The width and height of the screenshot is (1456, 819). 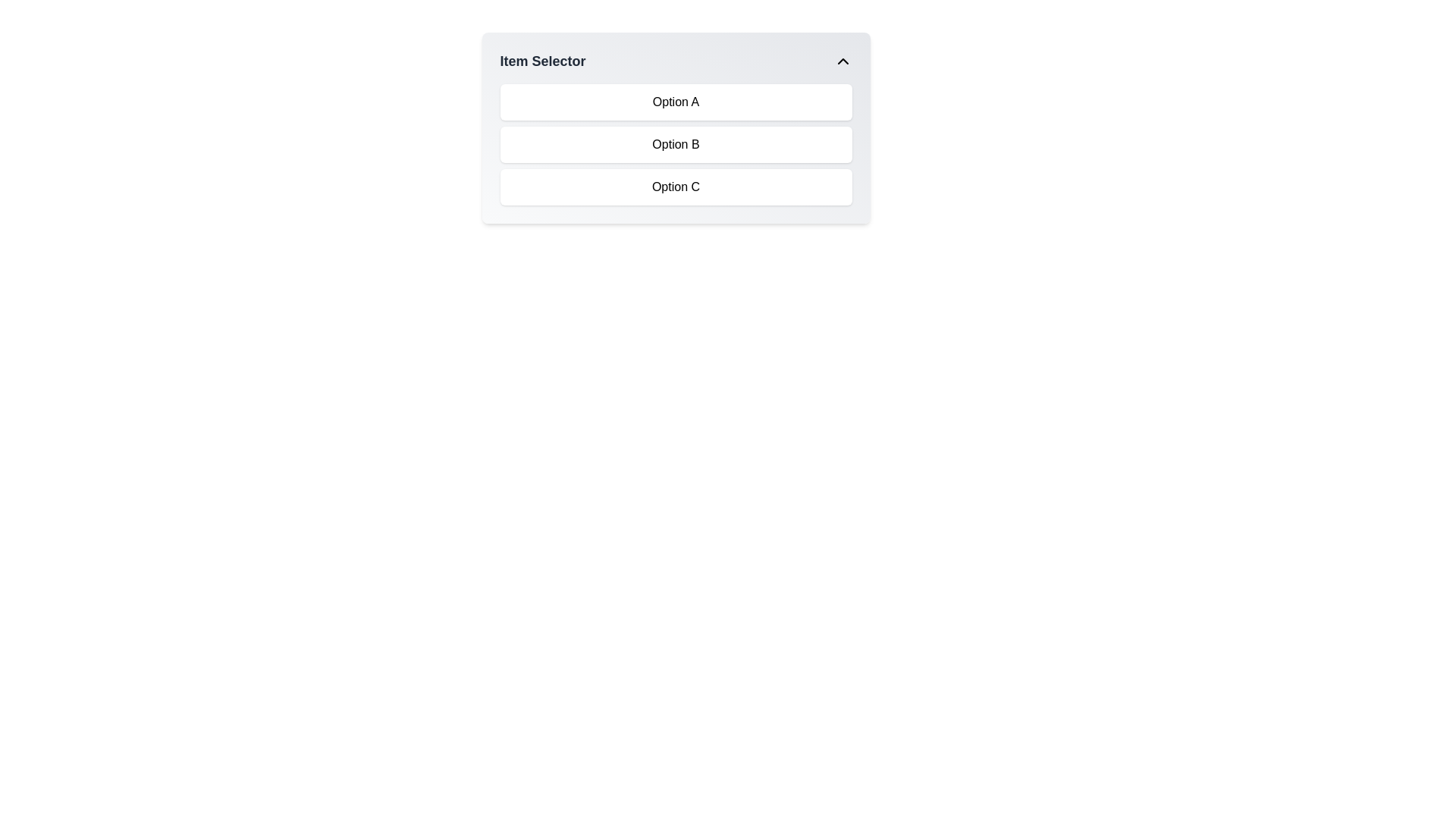 I want to click on the small black upward-pointing chevron icon button located in the upper right corner of the 'Item Selector' component, so click(x=842, y=61).